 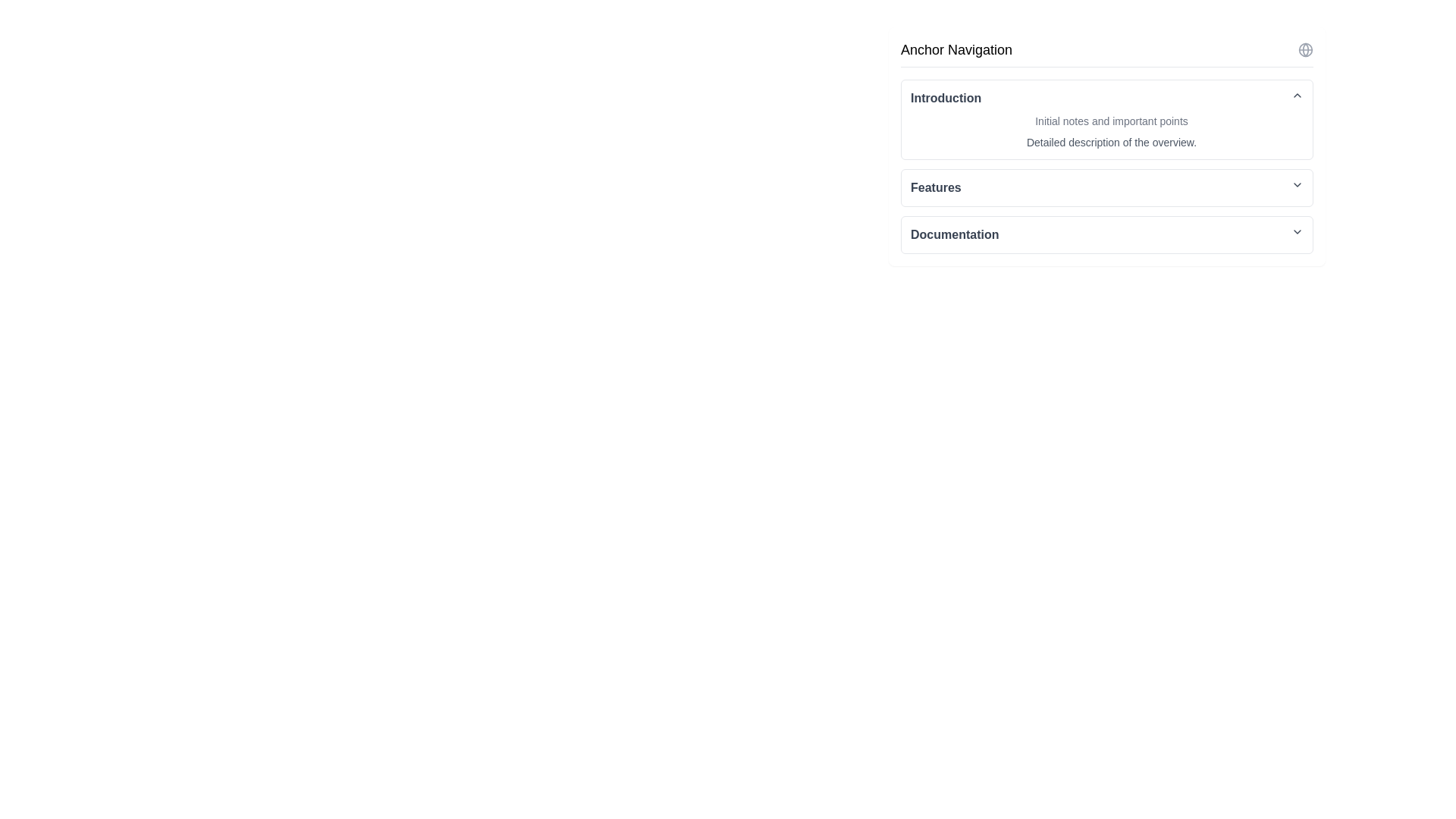 I want to click on the static text element labeled 'Initial notes and important points' located in the introduction section of the content panel, so click(x=1111, y=120).